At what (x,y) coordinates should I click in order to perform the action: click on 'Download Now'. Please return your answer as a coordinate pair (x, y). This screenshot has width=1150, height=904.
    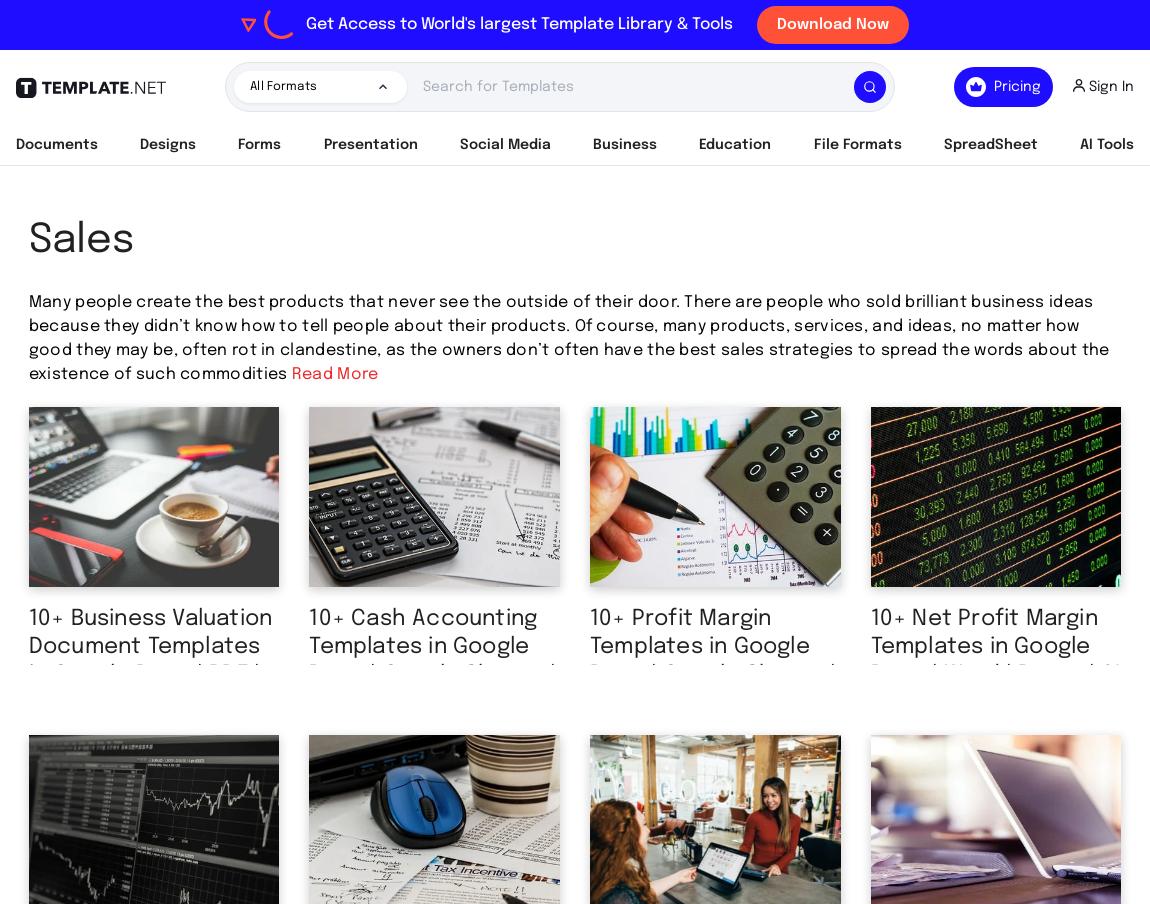
    Looking at the image, I should click on (831, 24).